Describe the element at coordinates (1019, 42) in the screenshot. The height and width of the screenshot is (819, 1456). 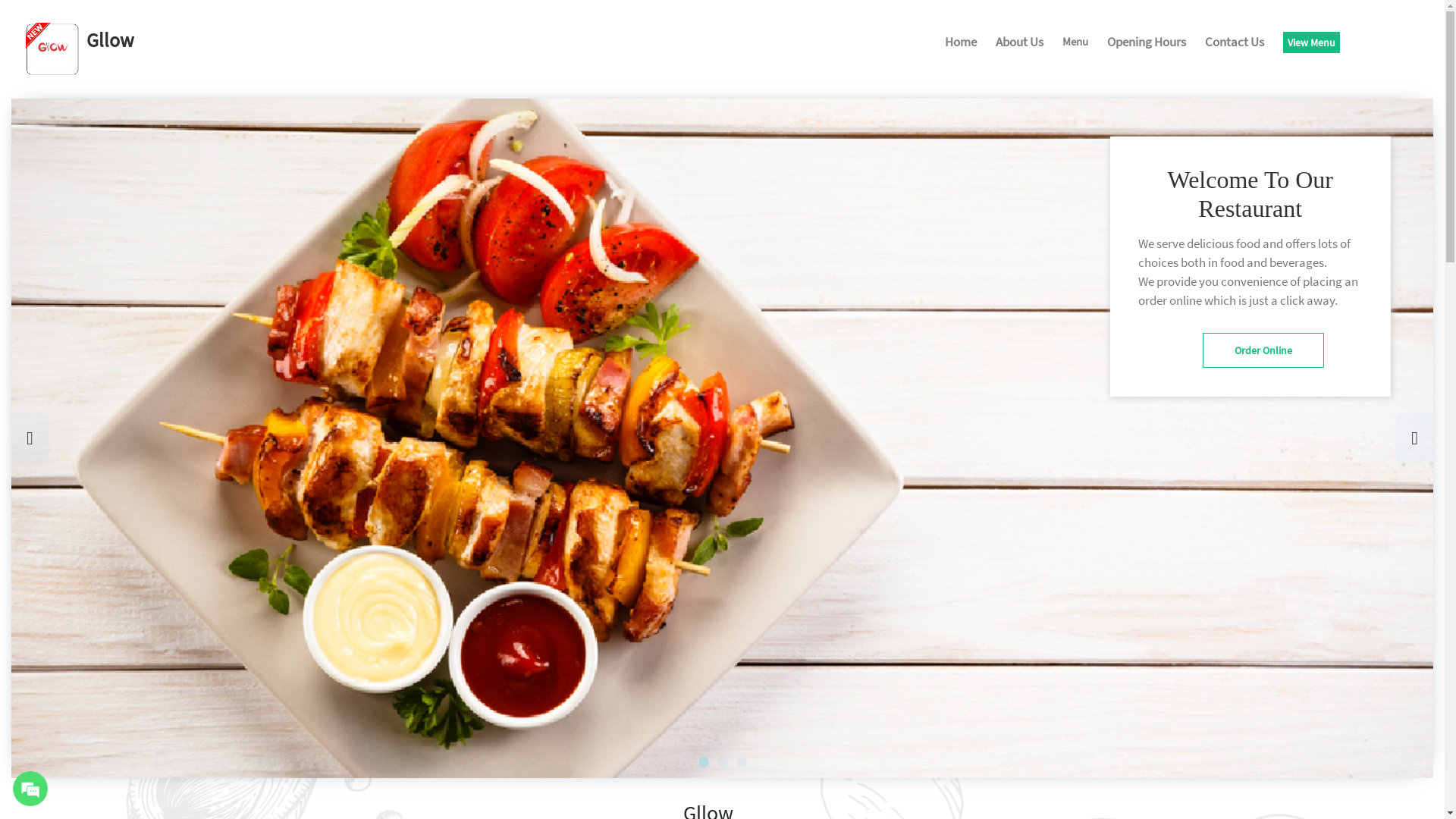
I see `'About Us'` at that location.